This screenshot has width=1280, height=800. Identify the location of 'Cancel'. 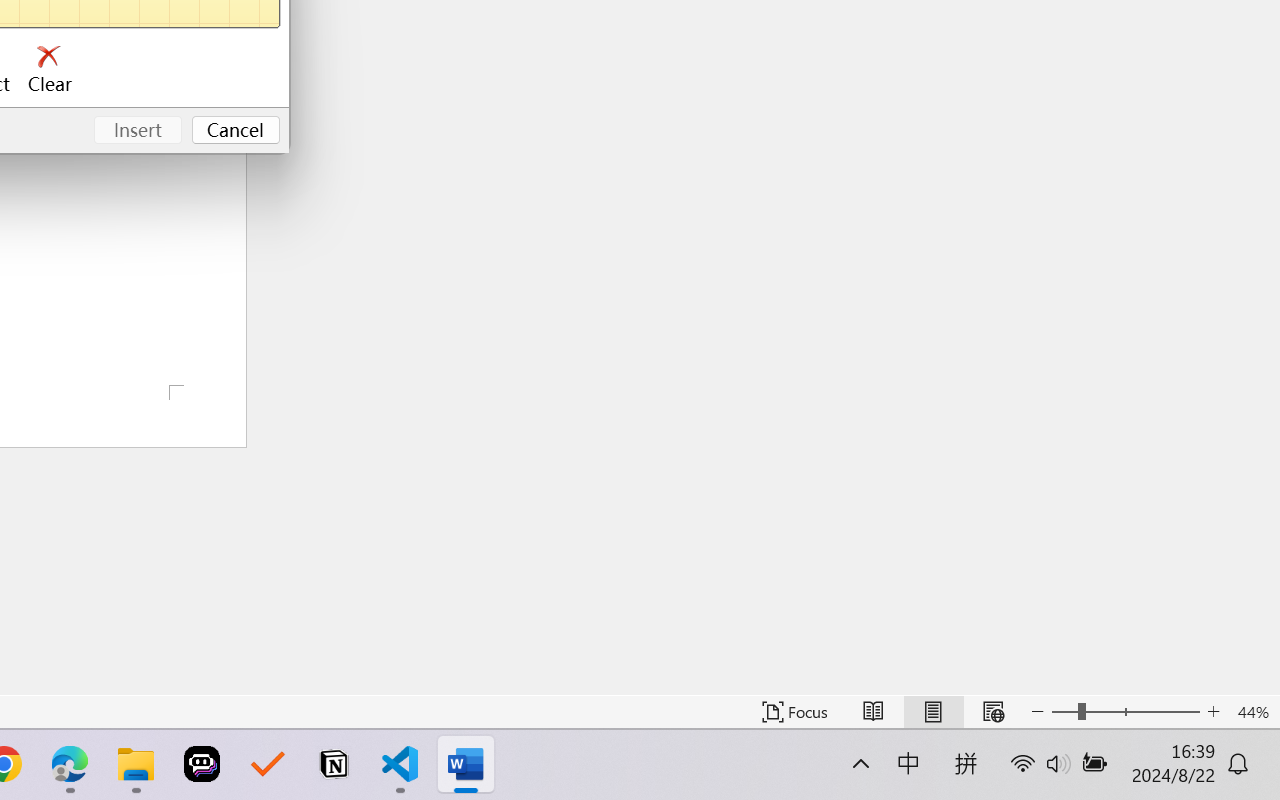
(236, 129).